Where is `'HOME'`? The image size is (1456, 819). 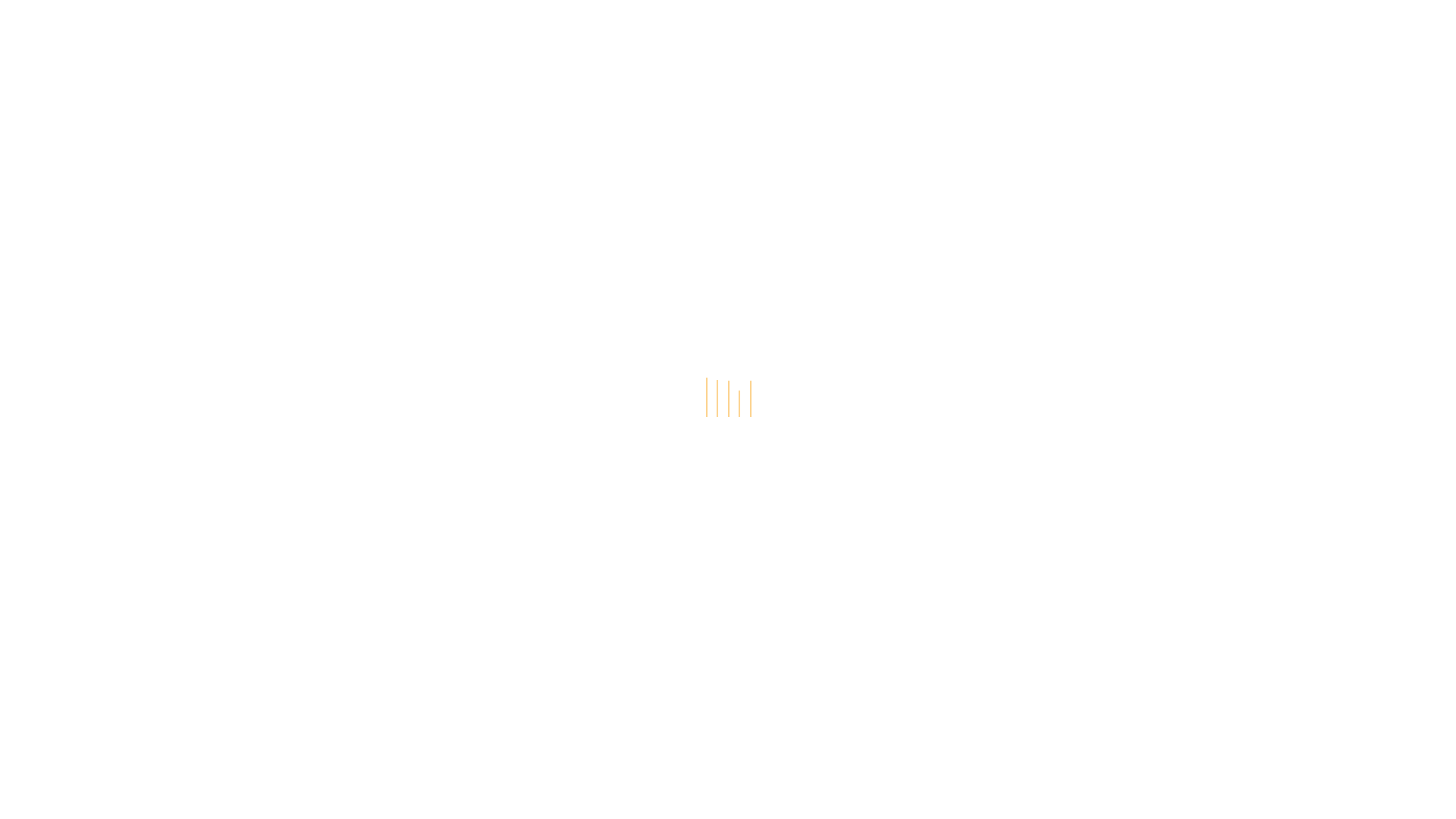
'HOME' is located at coordinates (323, 52).